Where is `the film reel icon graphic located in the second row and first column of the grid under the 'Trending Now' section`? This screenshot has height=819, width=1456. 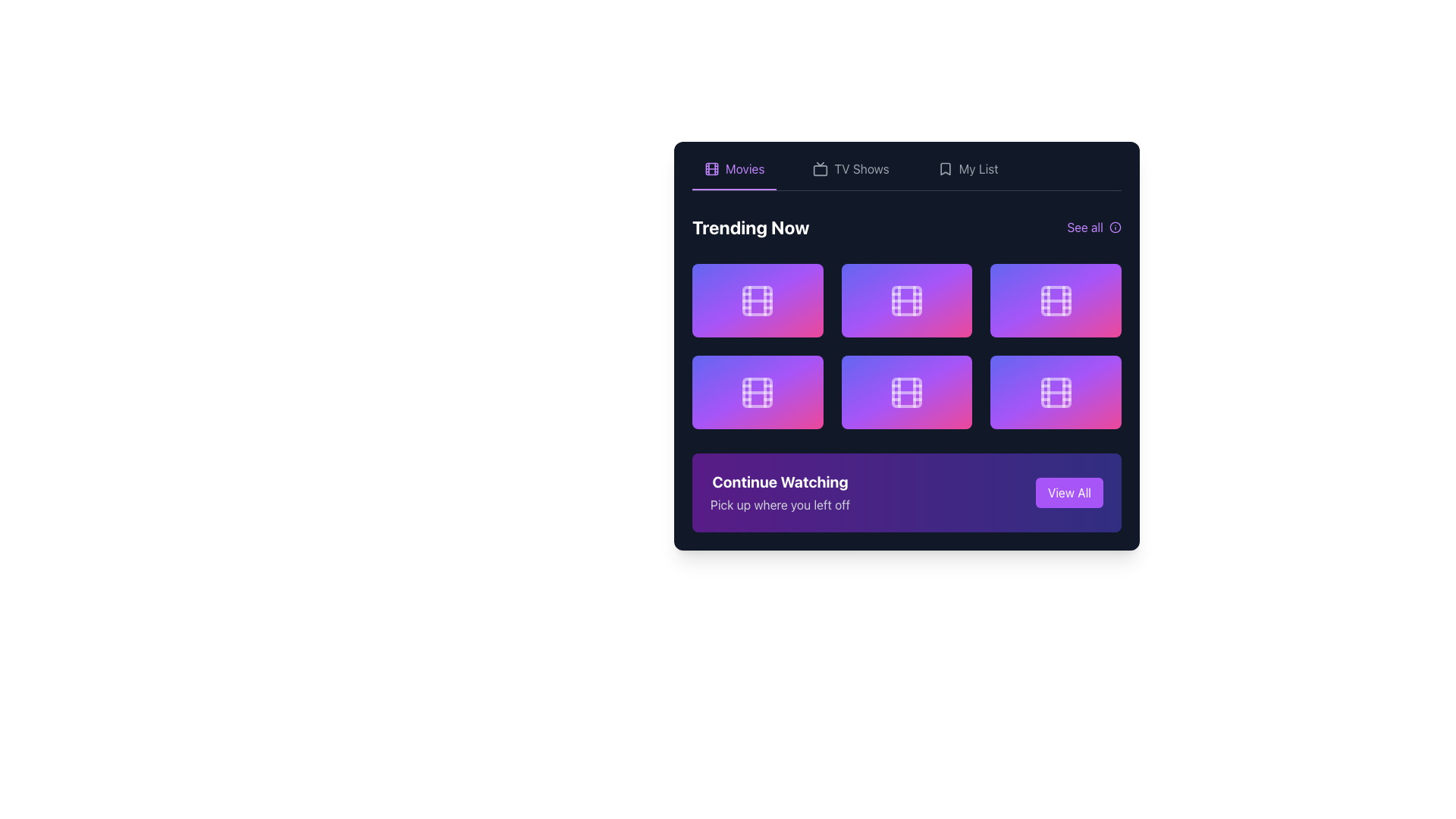
the film reel icon graphic located in the second row and first column of the grid under the 'Trending Now' section is located at coordinates (758, 391).